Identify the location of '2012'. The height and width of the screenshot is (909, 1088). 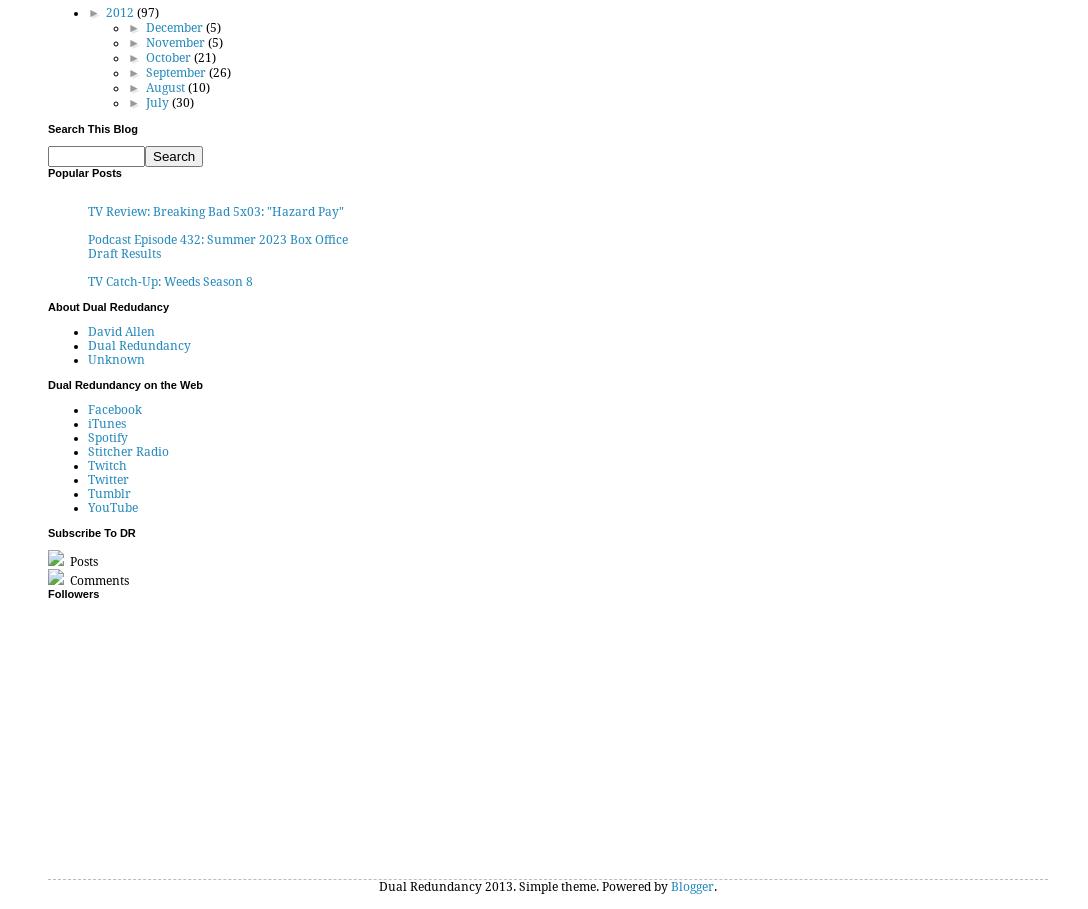
(120, 11).